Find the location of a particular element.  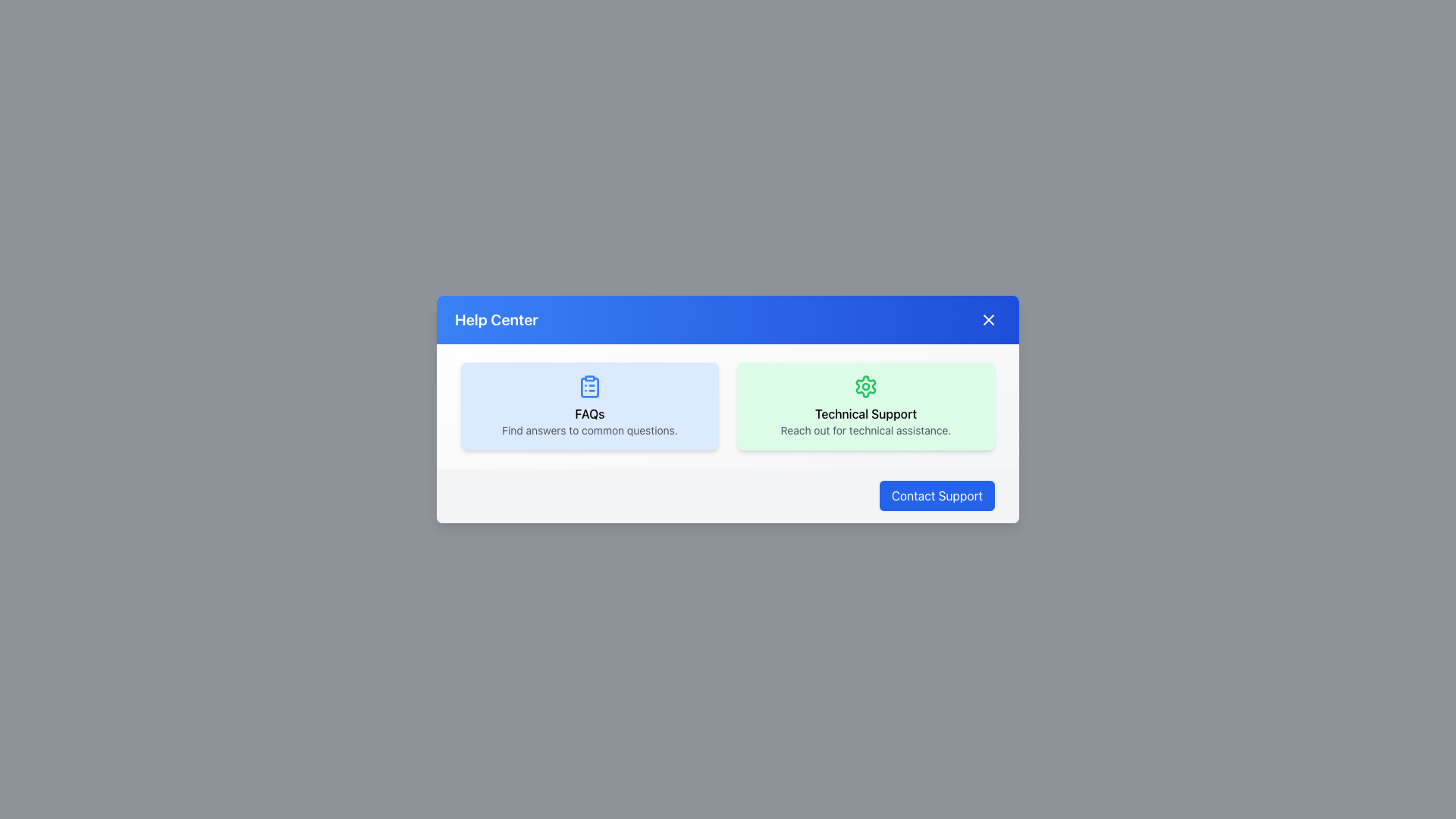

the settings icon located in the green 'Technical Support' panel, which is centered within the panel and represents configurations is located at coordinates (866, 385).